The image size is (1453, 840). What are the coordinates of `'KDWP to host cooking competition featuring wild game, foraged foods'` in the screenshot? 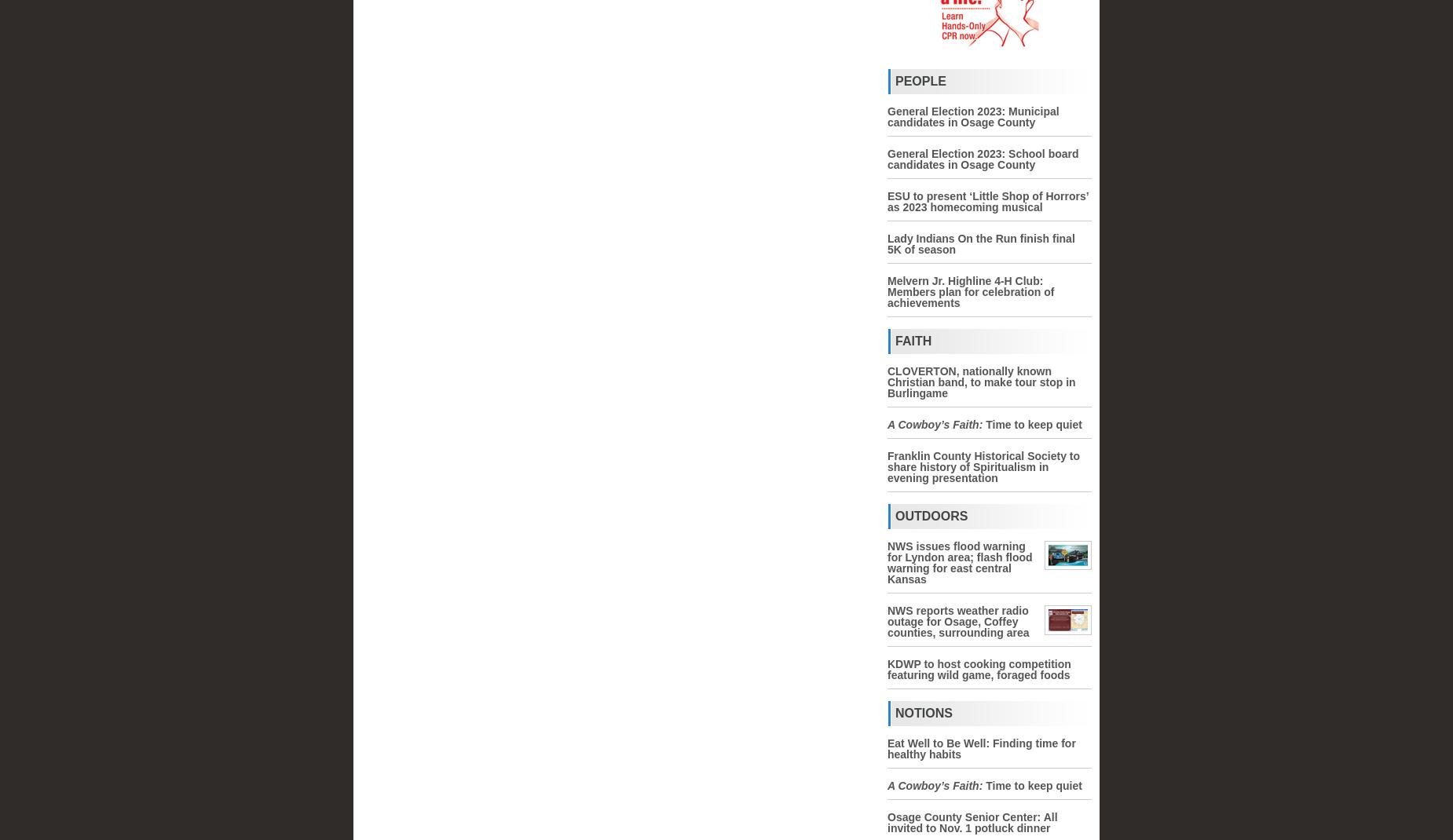 It's located at (978, 670).